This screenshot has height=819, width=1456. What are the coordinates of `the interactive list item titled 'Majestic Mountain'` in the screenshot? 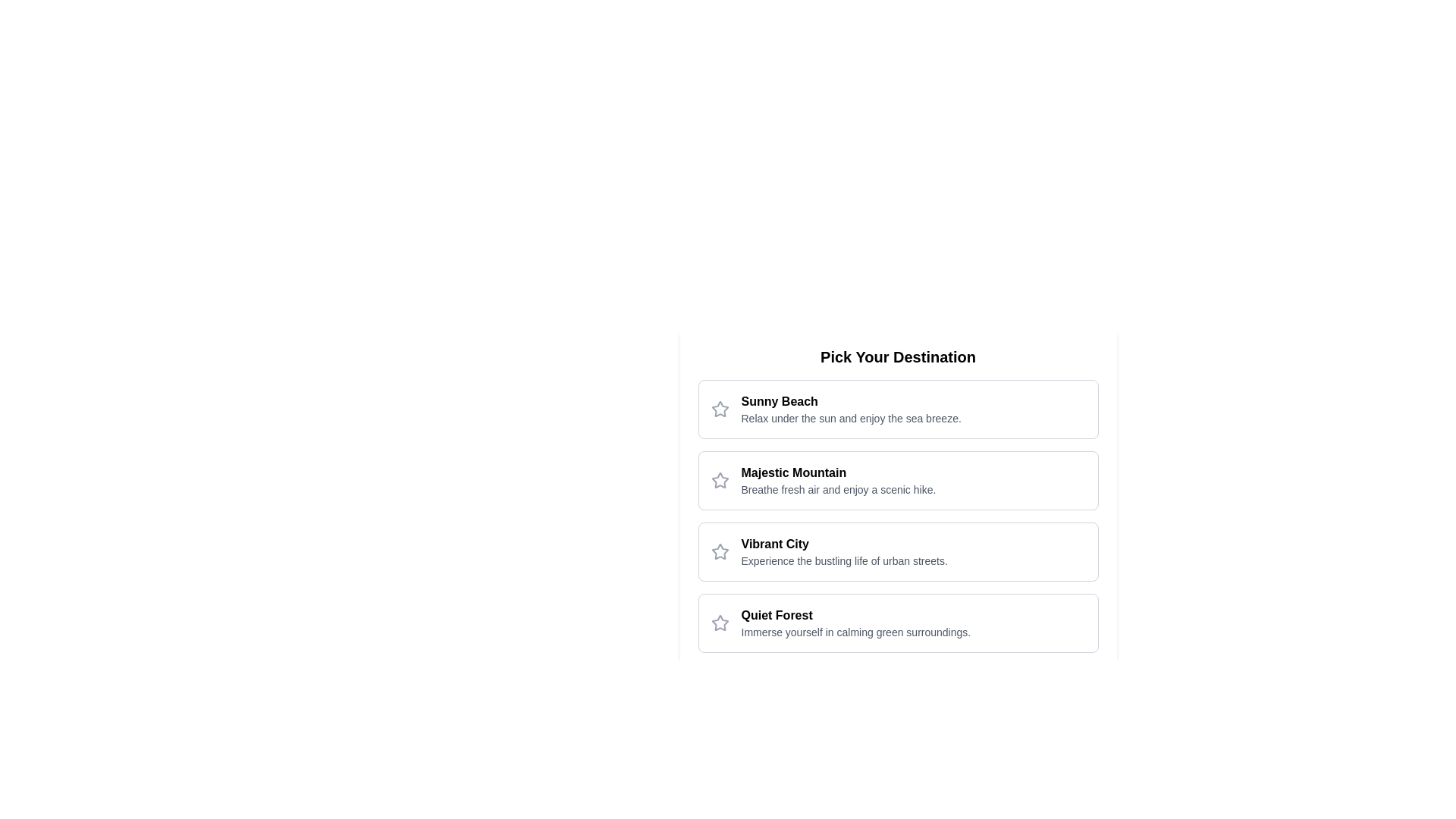 It's located at (898, 500).